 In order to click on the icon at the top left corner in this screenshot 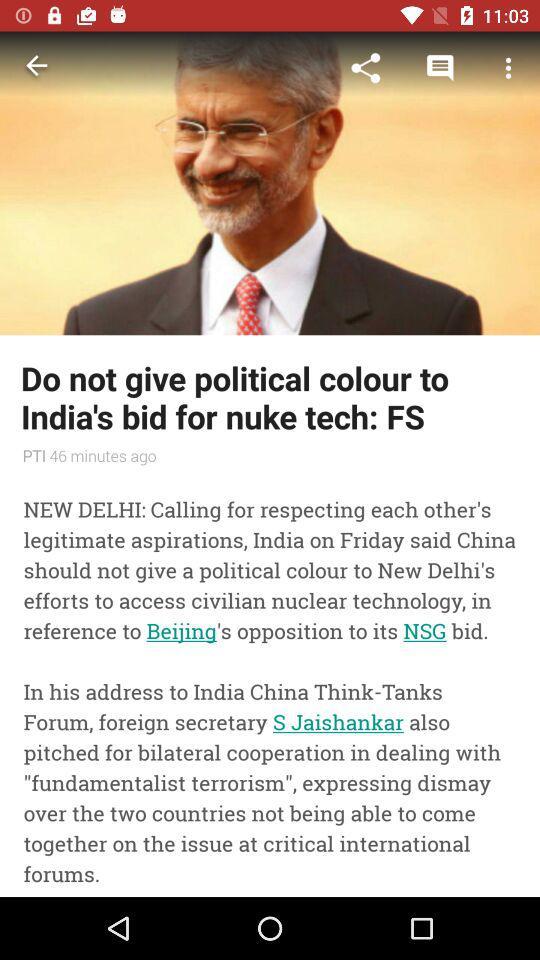, I will do `click(36, 68)`.